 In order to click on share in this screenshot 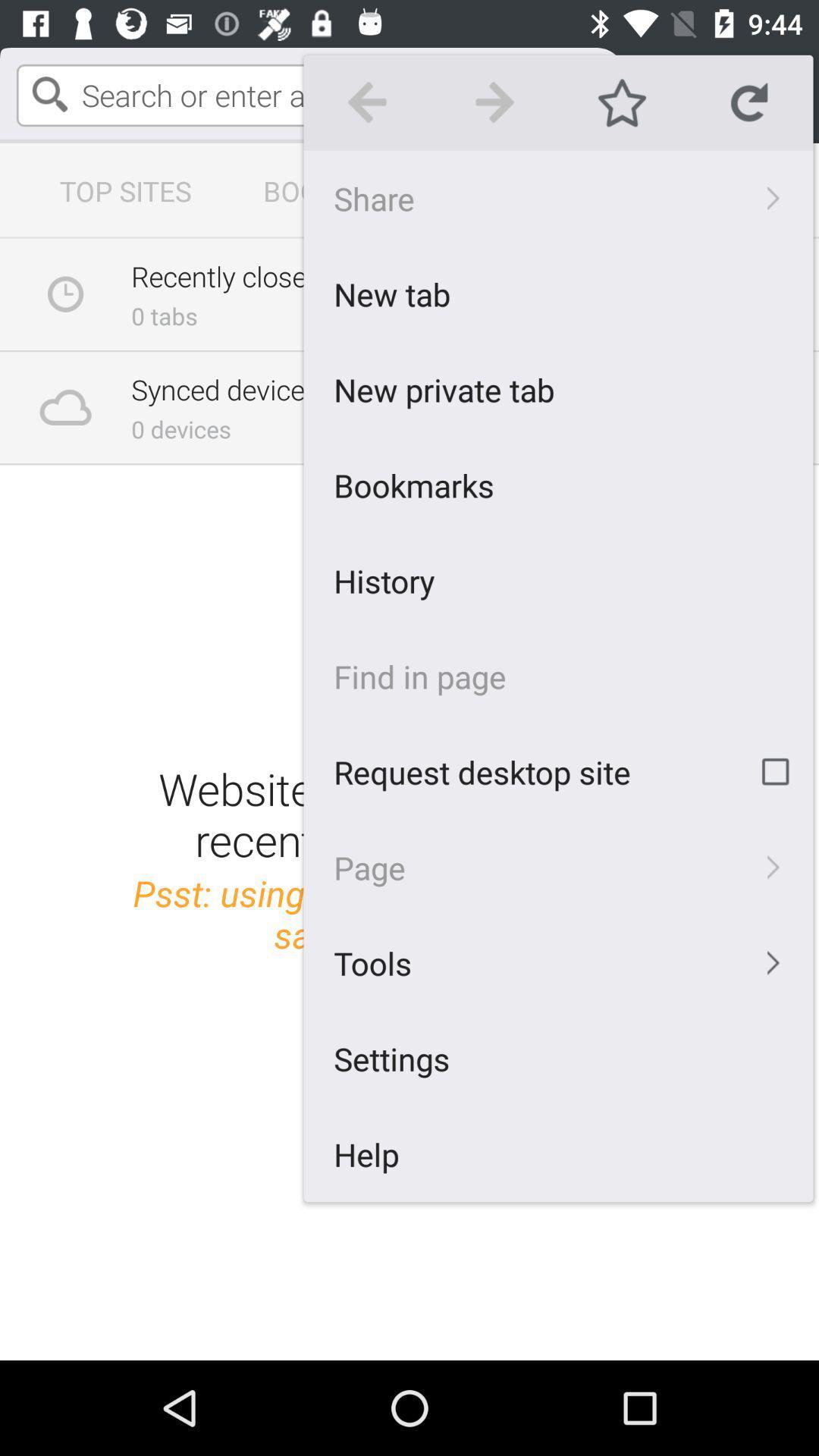, I will do `click(558, 197)`.